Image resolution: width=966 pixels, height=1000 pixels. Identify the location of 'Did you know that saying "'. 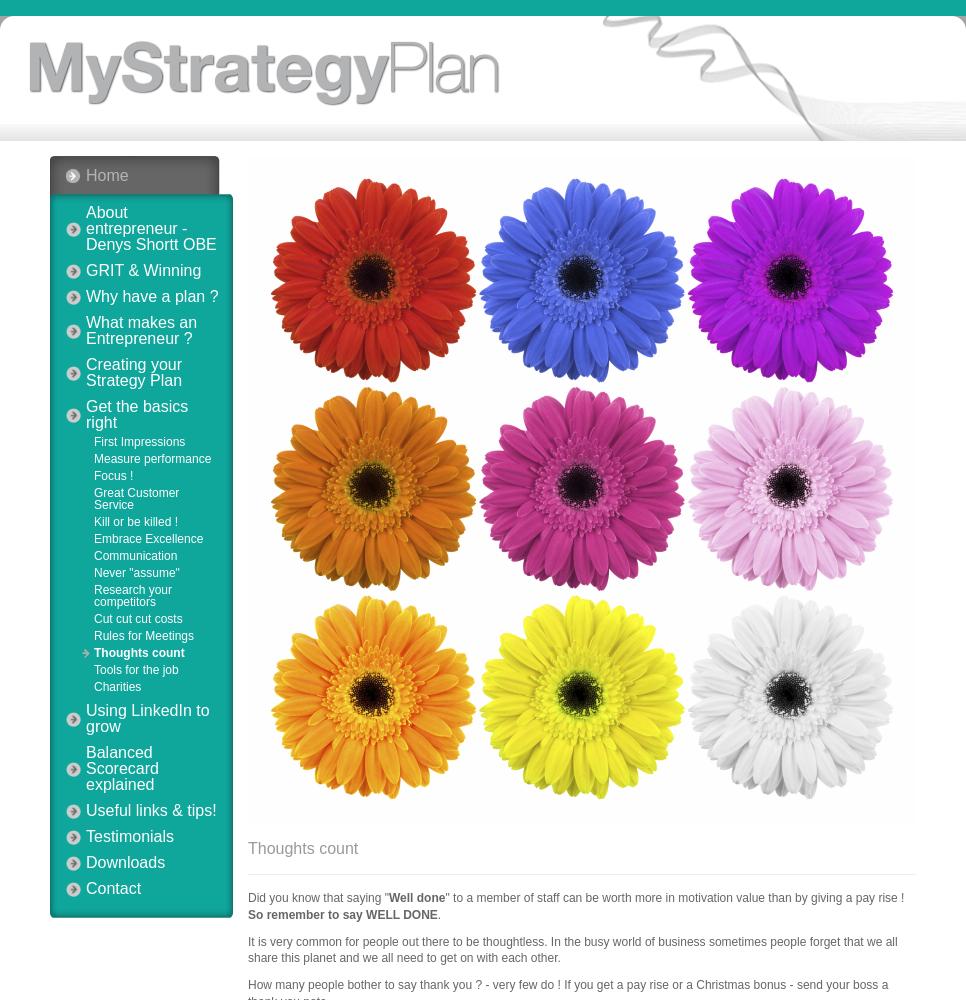
(318, 898).